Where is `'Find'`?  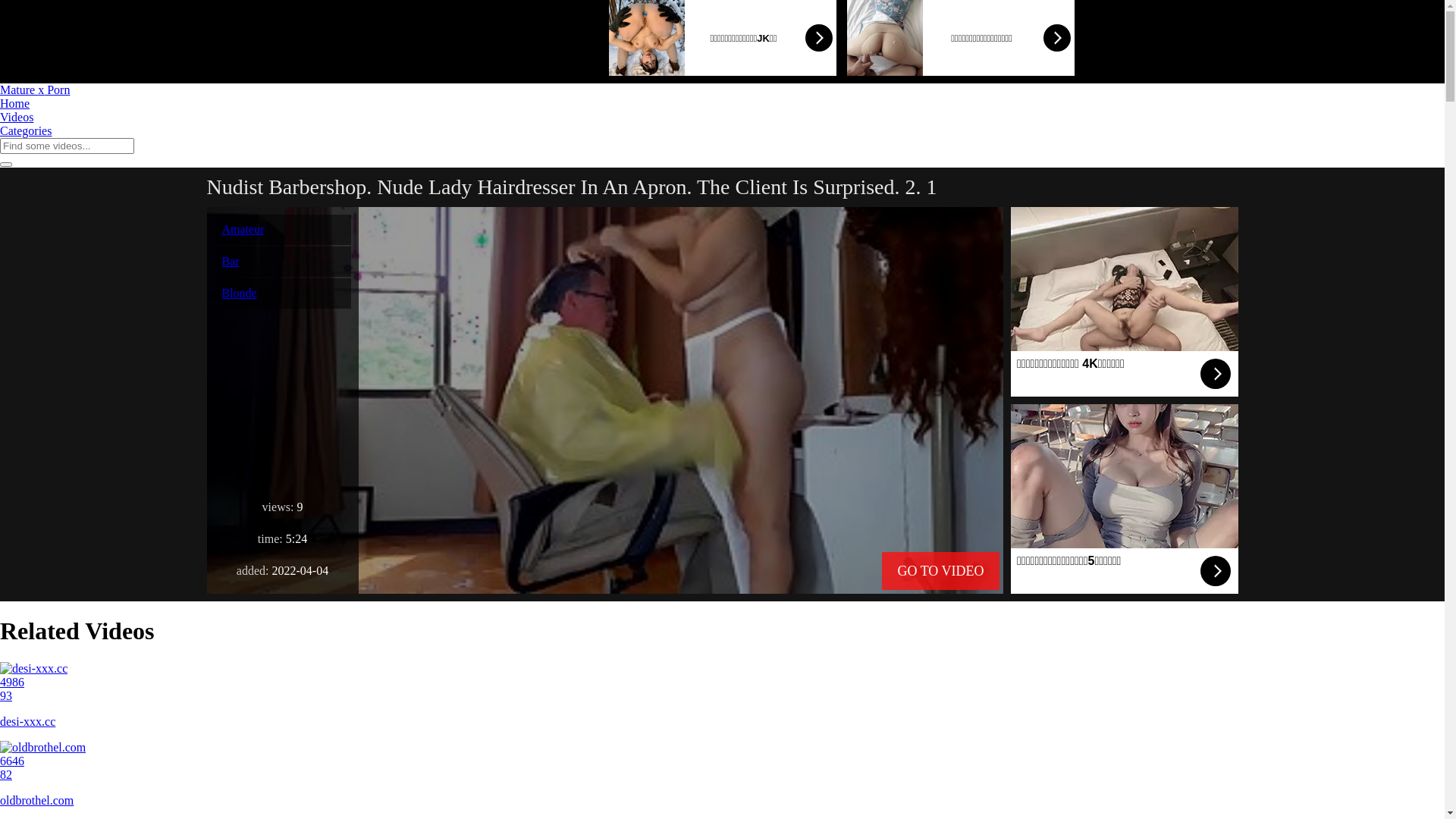
'Find' is located at coordinates (6, 164).